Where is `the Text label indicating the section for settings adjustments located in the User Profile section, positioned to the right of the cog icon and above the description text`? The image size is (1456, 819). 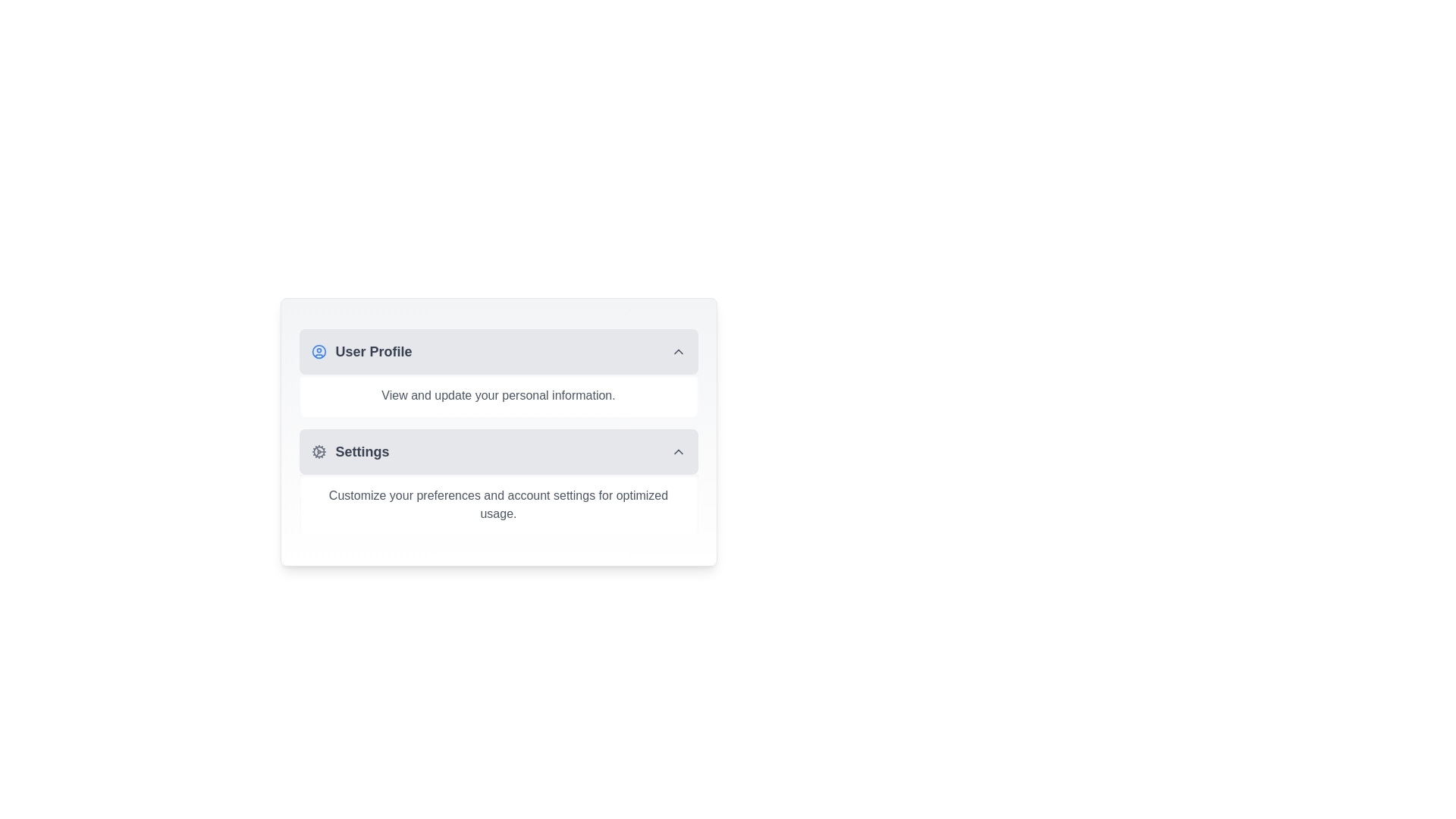 the Text label indicating the section for settings adjustments located in the User Profile section, positioned to the right of the cog icon and above the description text is located at coordinates (362, 451).